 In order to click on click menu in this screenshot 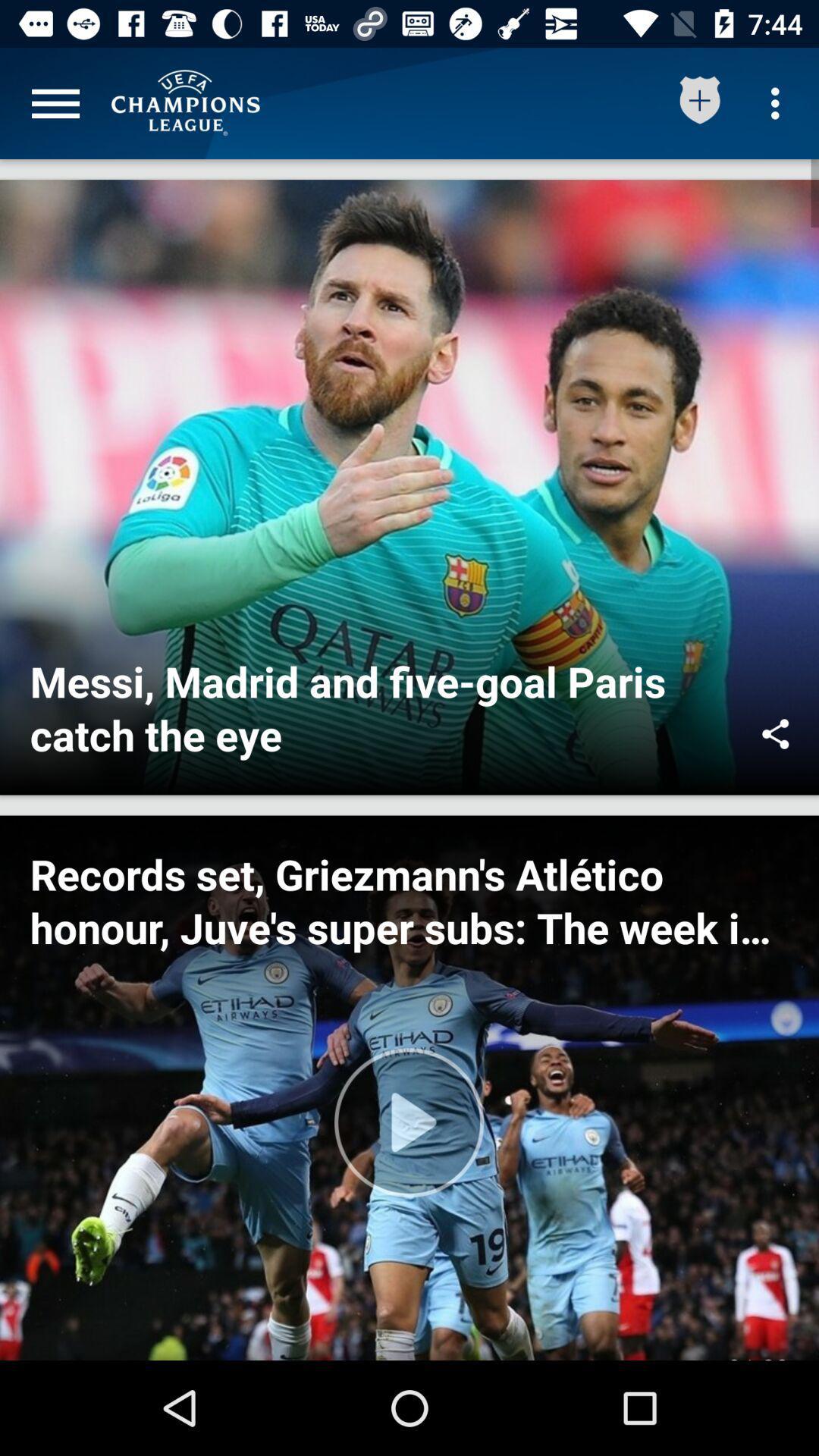, I will do `click(55, 102)`.